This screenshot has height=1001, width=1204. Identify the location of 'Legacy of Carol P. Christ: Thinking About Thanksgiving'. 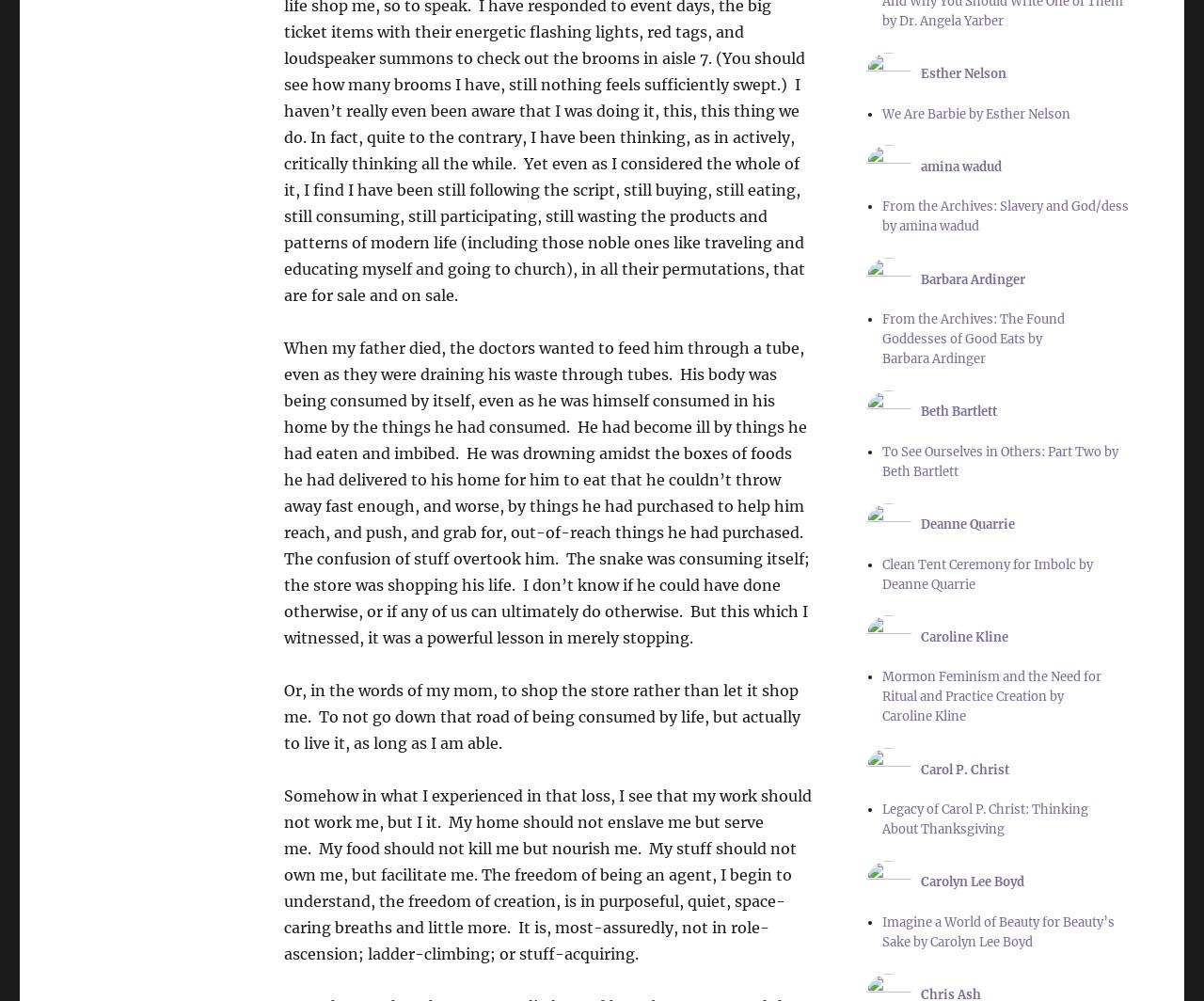
(983, 818).